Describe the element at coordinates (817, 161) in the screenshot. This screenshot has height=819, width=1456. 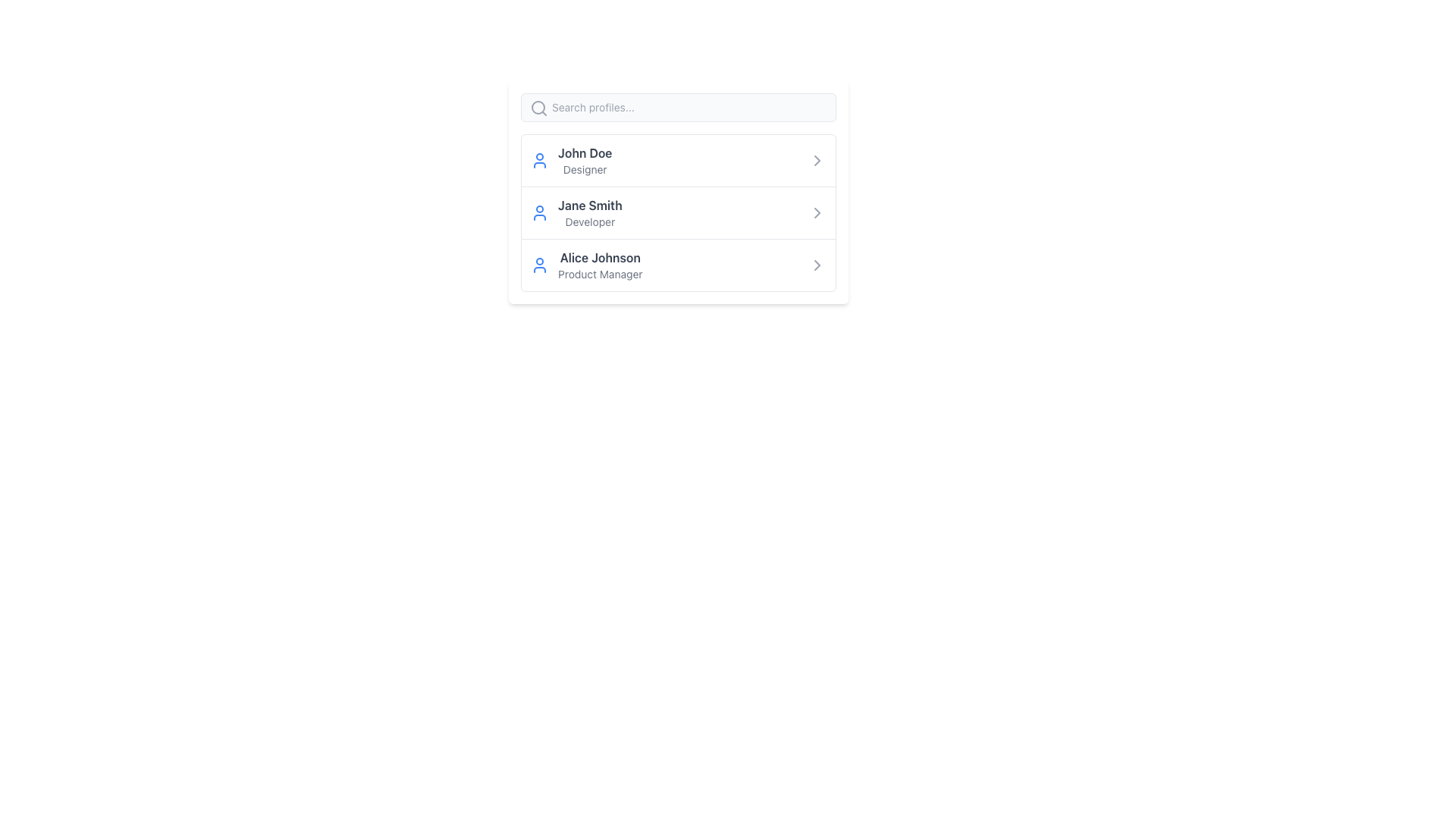
I see `the chevron icon indicating navigation or expansion for 'John Doe' to provide interaction feedback` at that location.